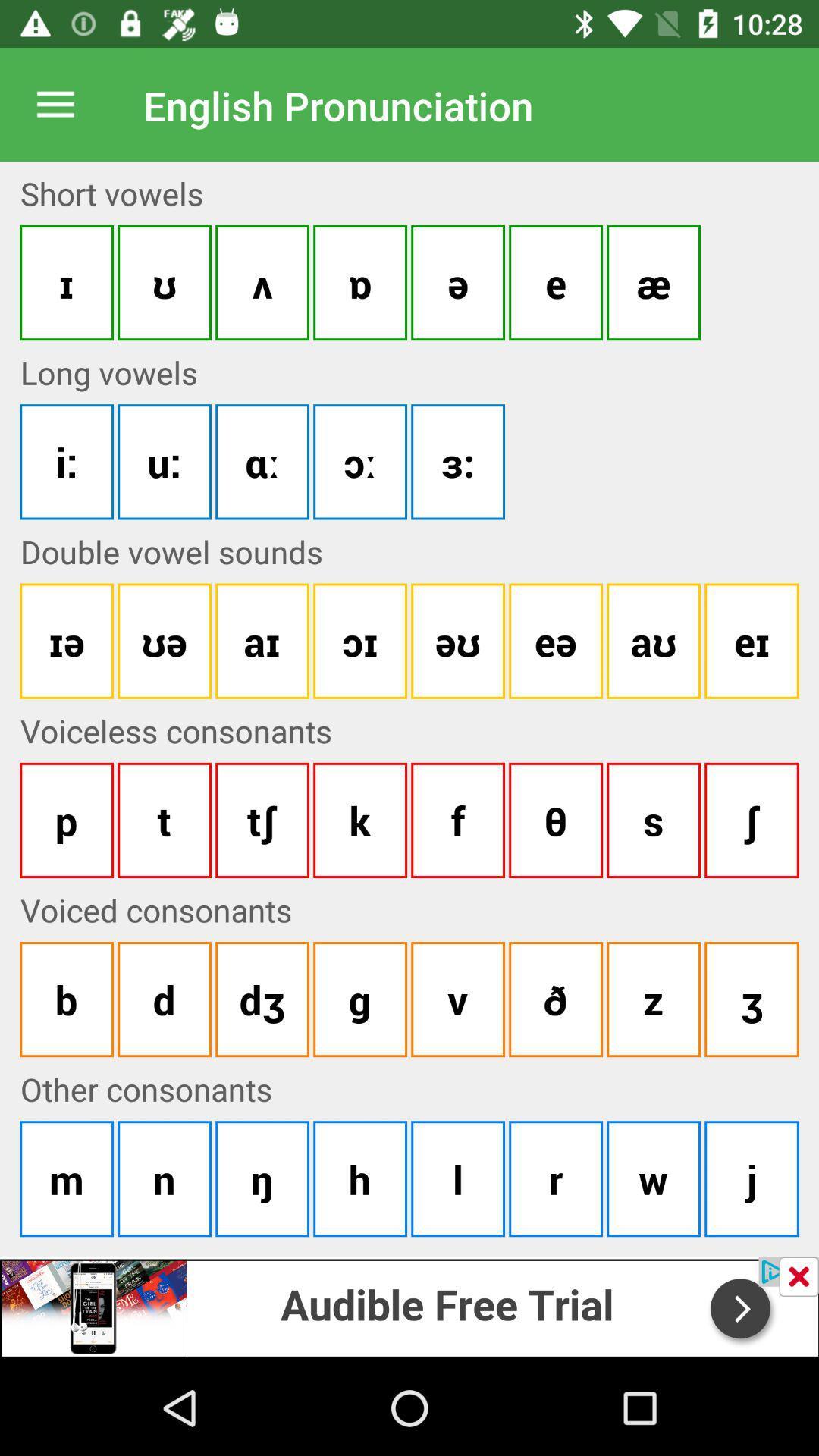 This screenshot has height=1456, width=819. Describe the element at coordinates (752, 1178) in the screenshot. I see `the button having the text j` at that location.